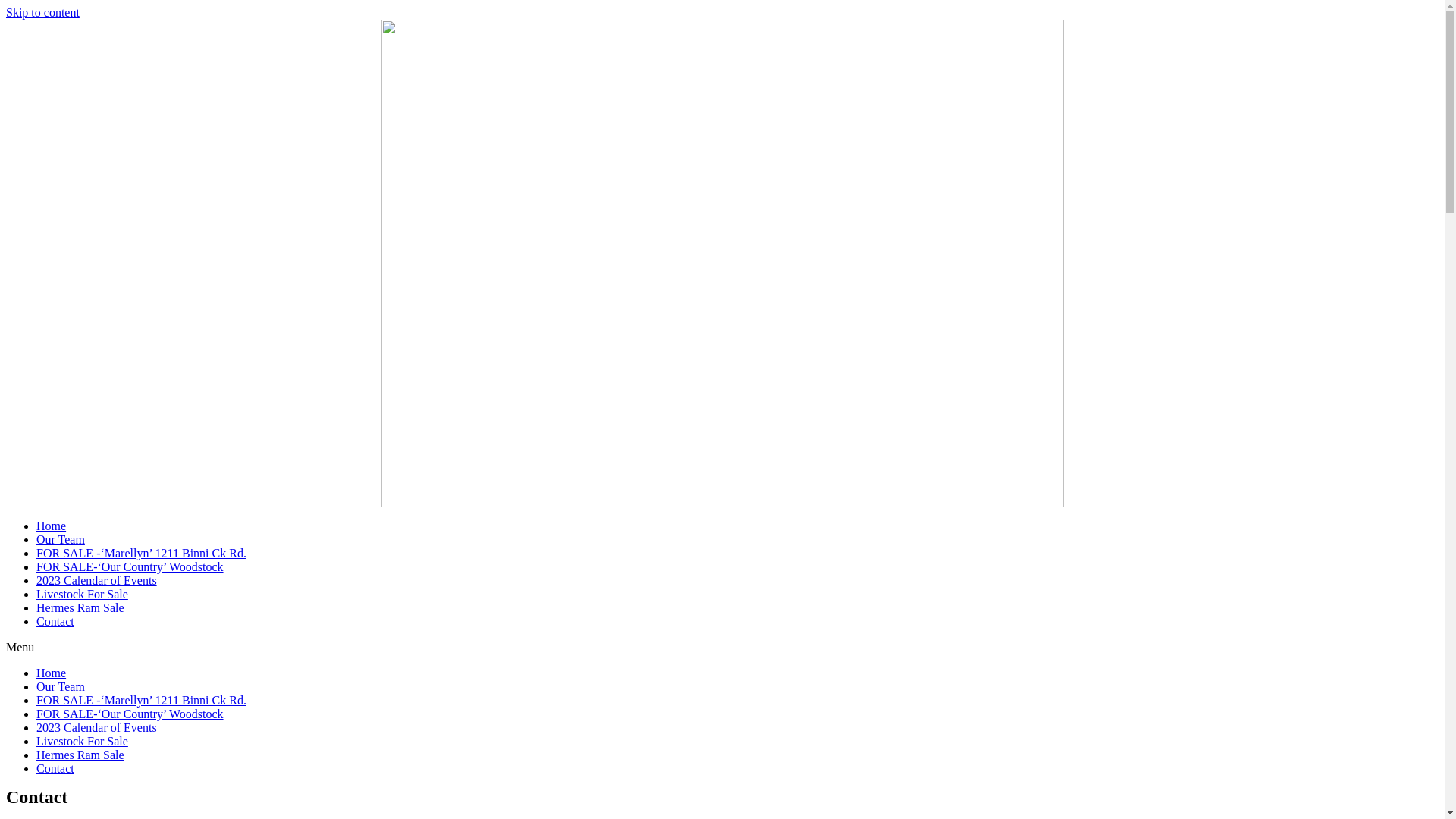 The height and width of the screenshot is (819, 1456). I want to click on 'Contact', so click(36, 621).